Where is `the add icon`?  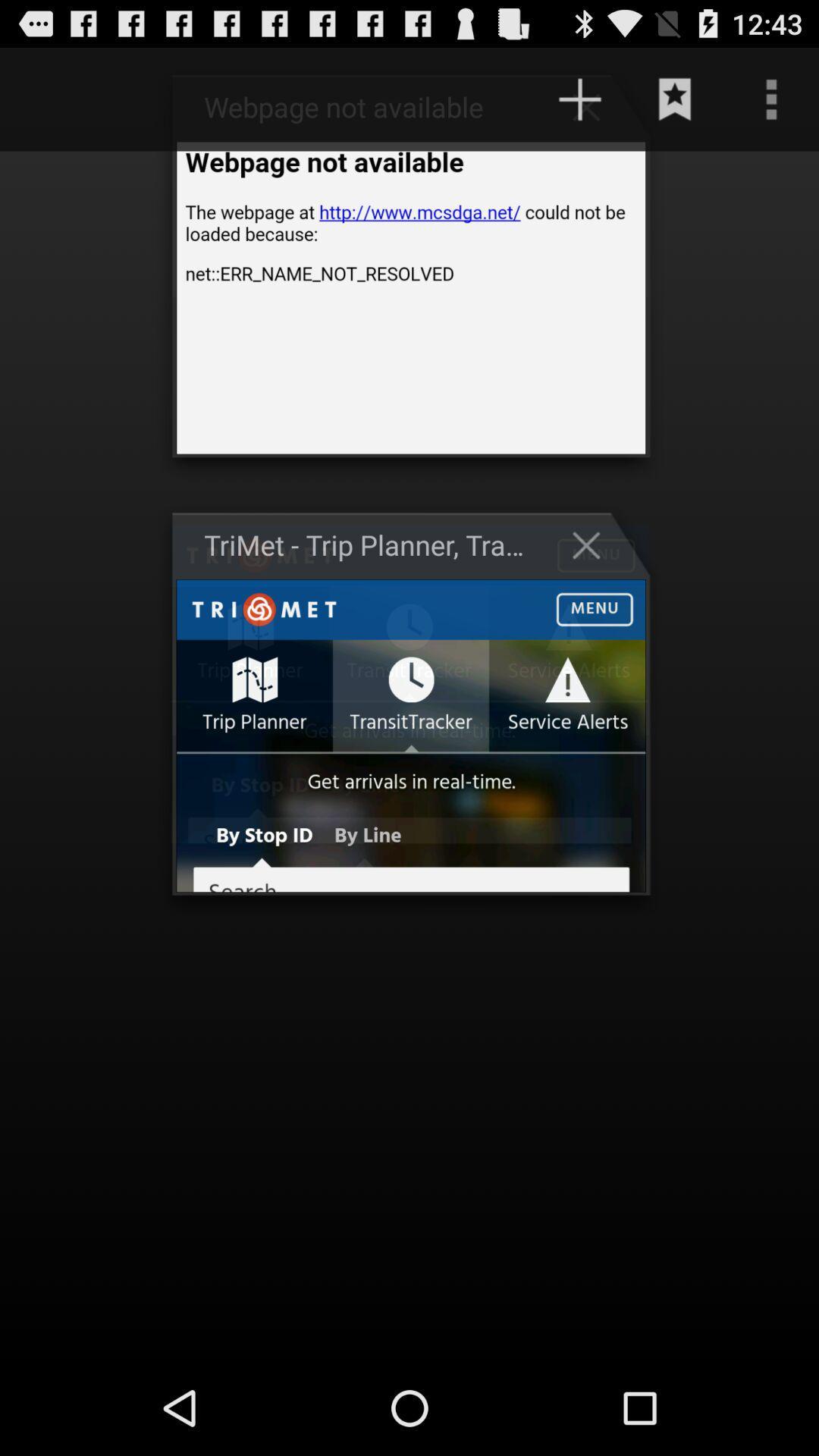
the add icon is located at coordinates (579, 105).